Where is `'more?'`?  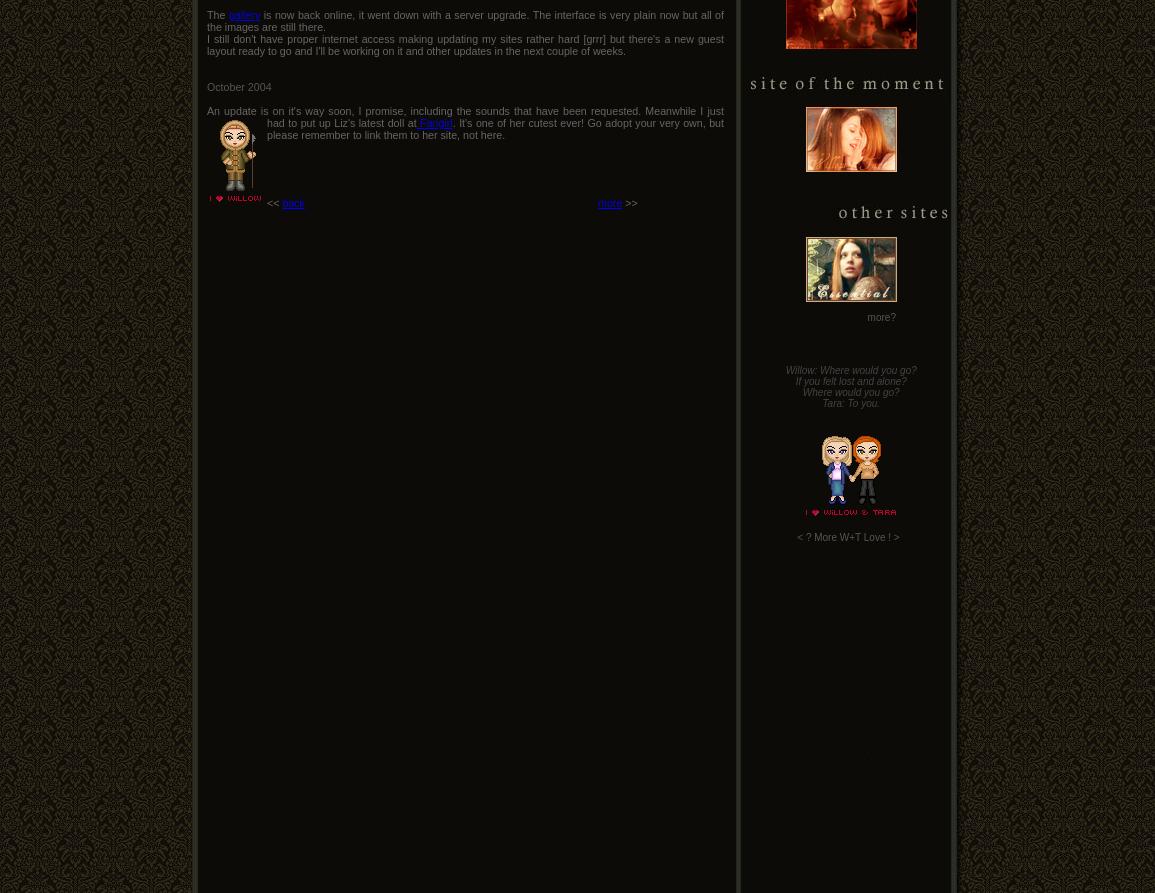 'more?' is located at coordinates (880, 317).